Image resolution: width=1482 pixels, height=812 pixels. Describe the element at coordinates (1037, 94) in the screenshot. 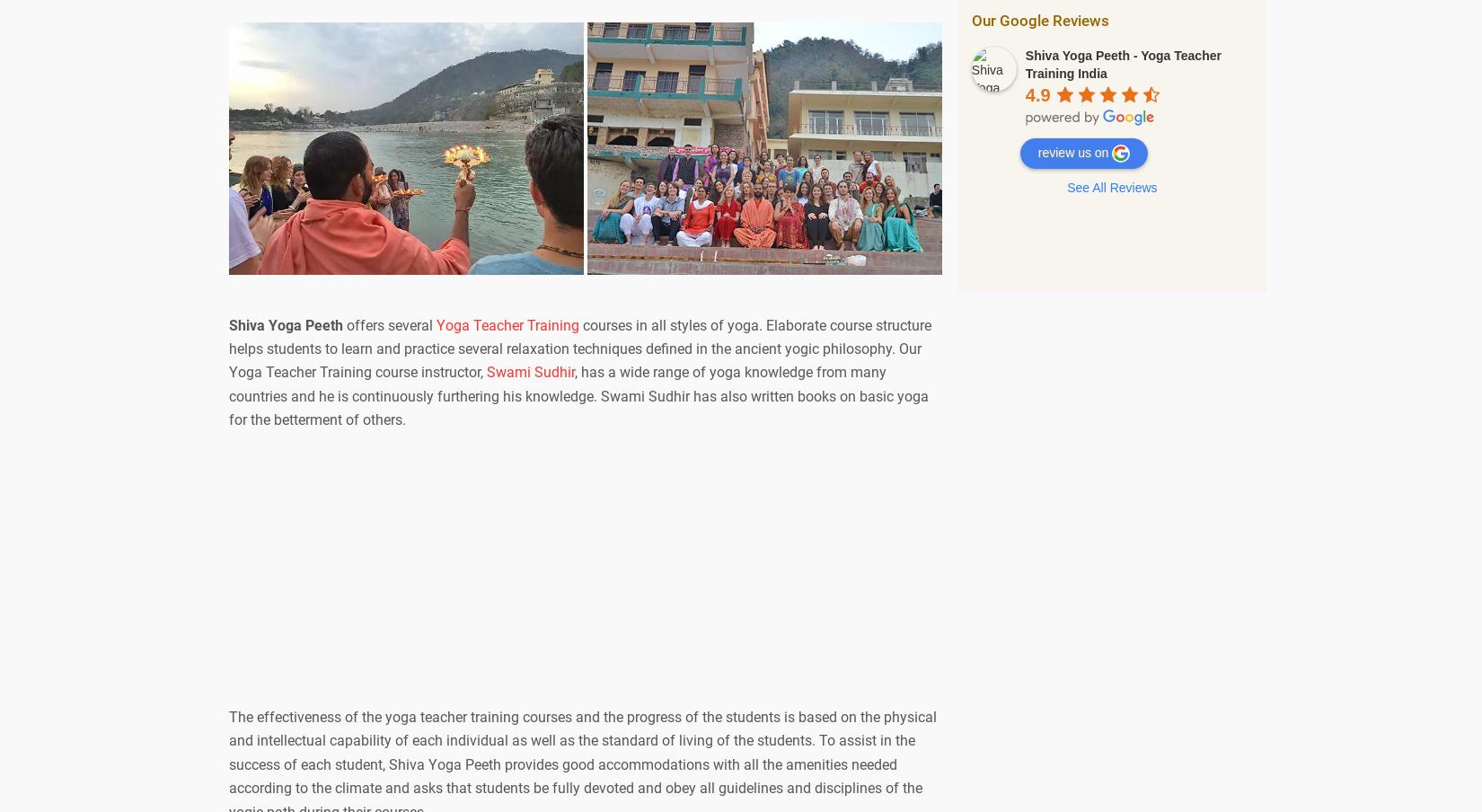

I see `'4.9'` at that location.